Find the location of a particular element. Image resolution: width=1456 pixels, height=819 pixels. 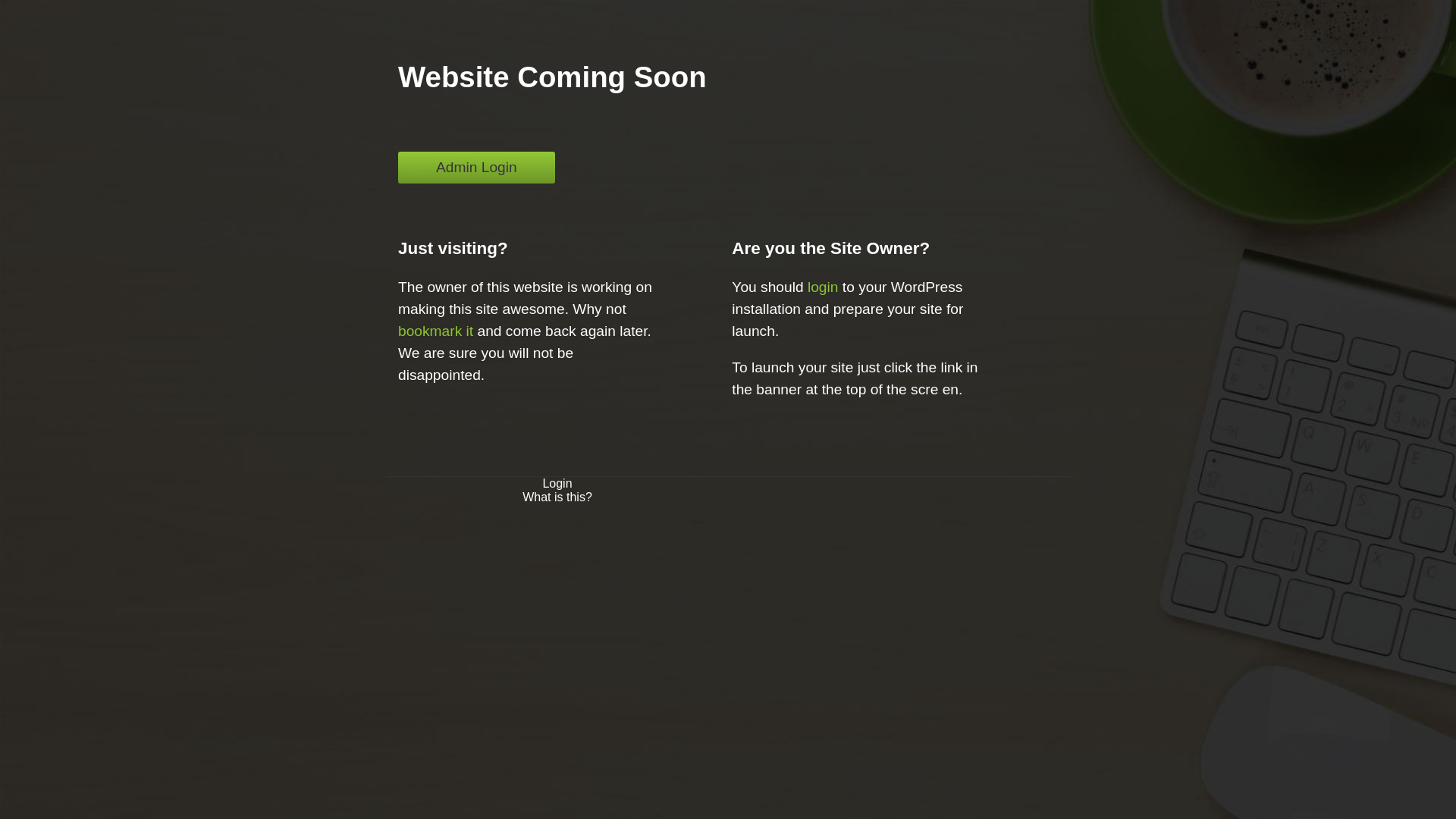

'Login' is located at coordinates (556, 483).